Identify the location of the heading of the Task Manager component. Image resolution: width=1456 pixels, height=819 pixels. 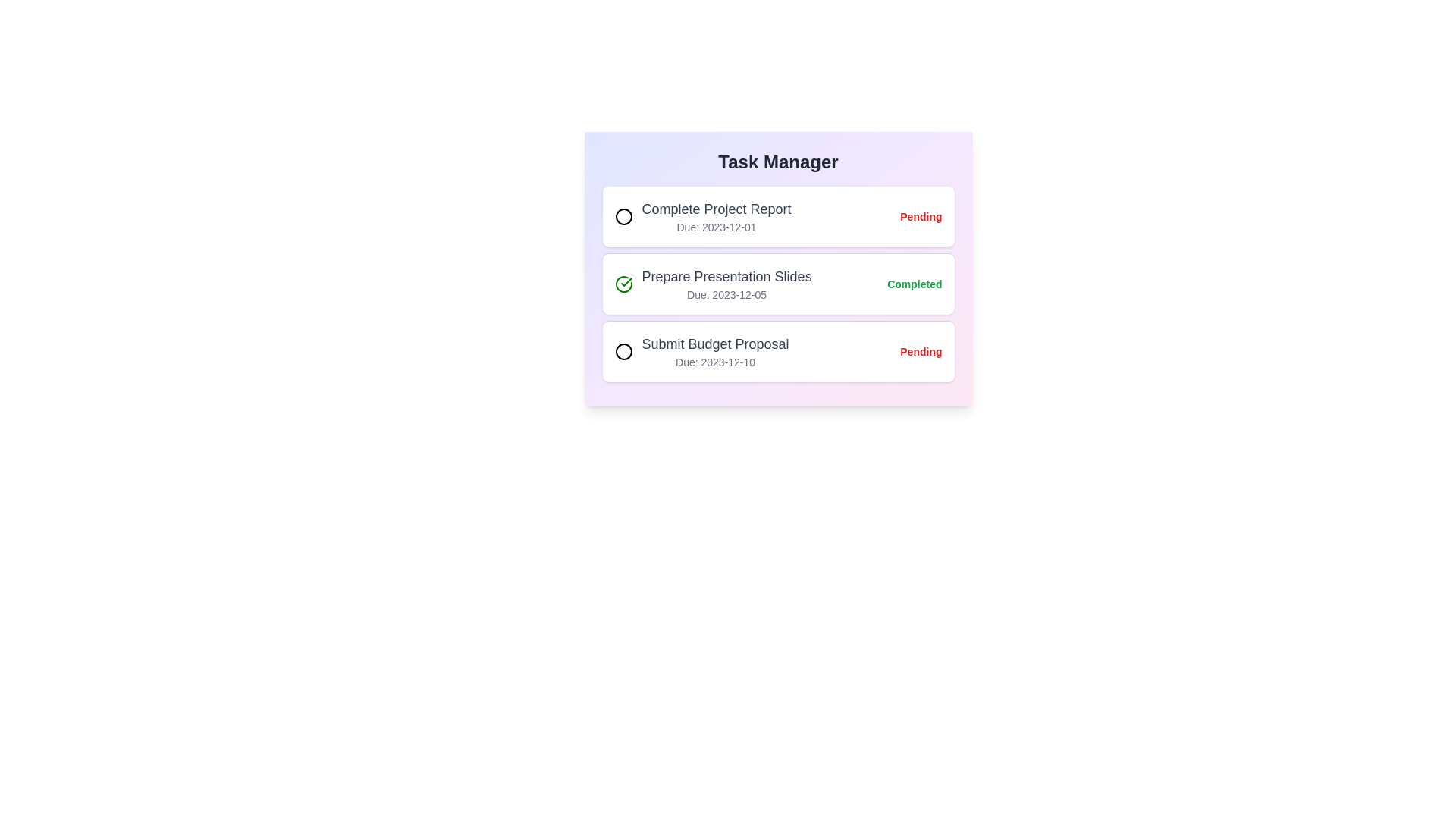
(778, 162).